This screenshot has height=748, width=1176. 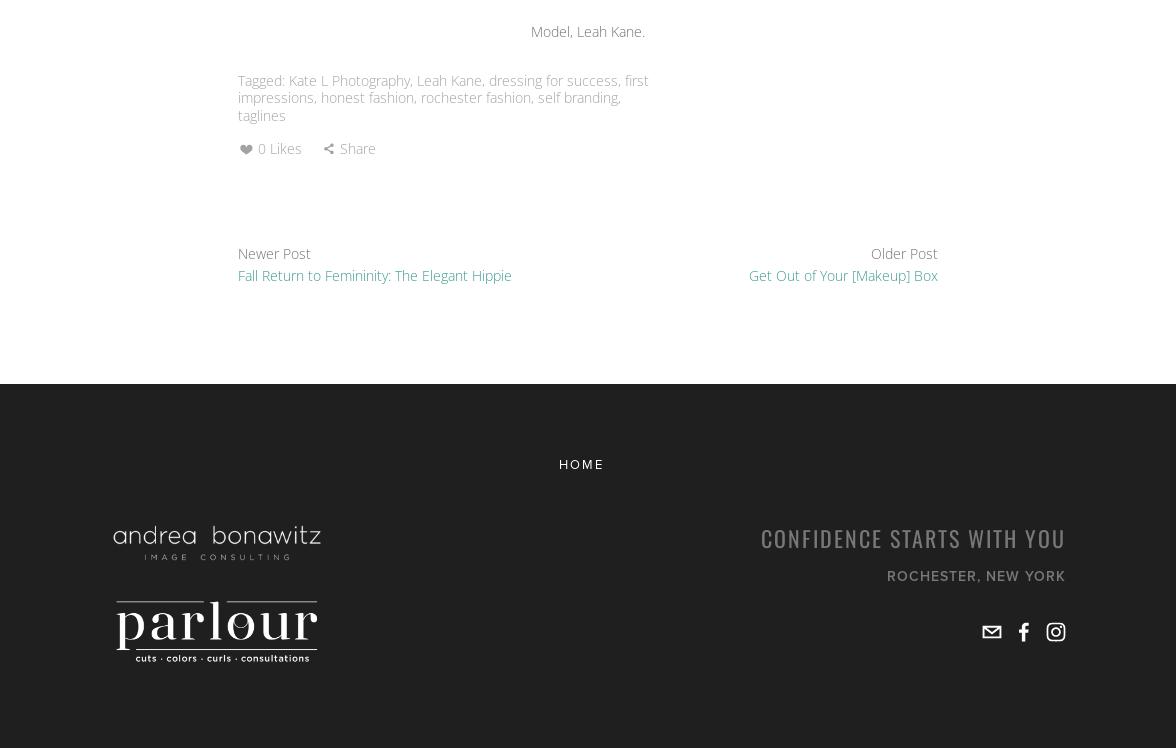 I want to click on 'Model, Leah Kane.', so click(x=588, y=31).